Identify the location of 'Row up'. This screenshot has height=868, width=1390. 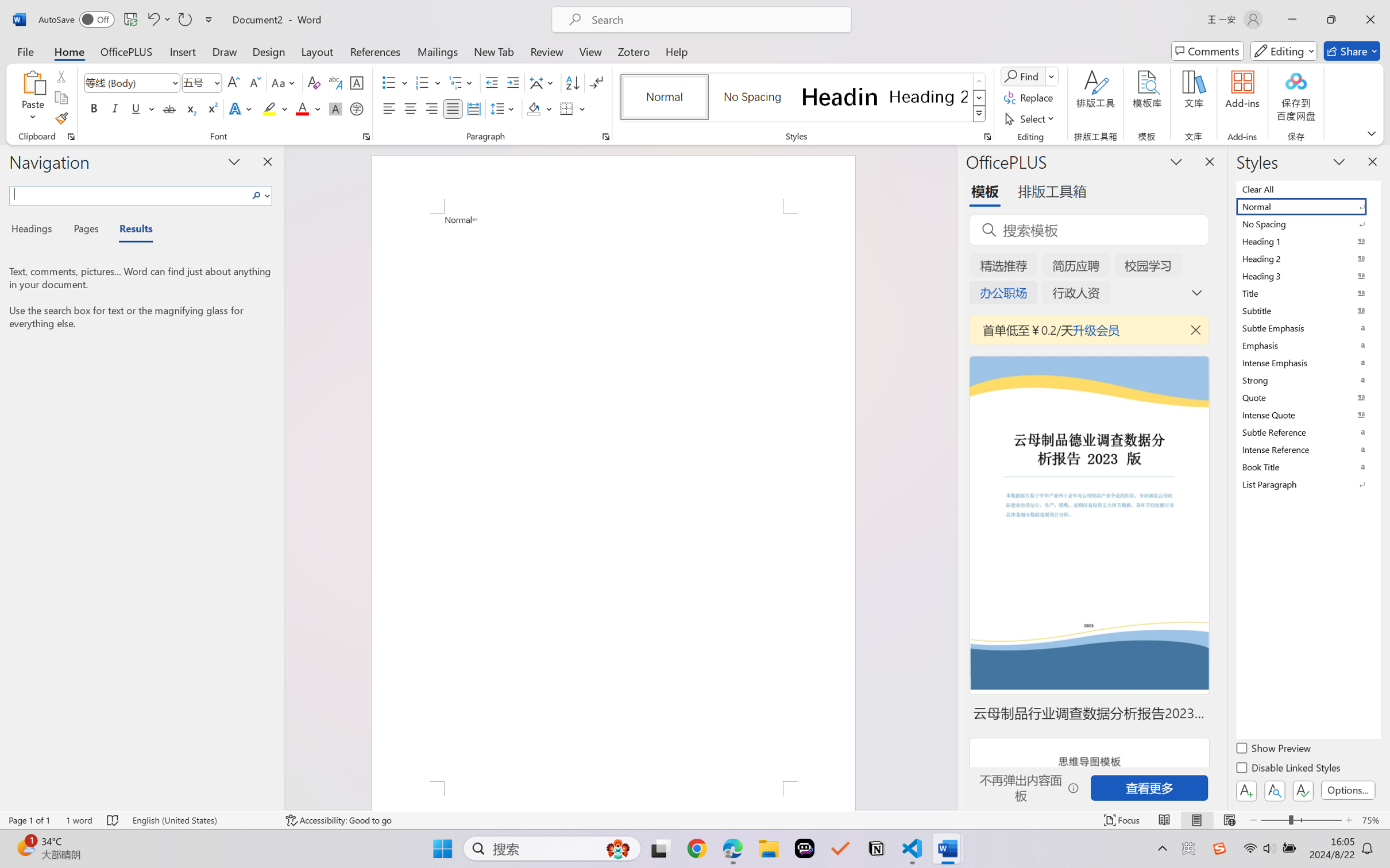
(978, 81).